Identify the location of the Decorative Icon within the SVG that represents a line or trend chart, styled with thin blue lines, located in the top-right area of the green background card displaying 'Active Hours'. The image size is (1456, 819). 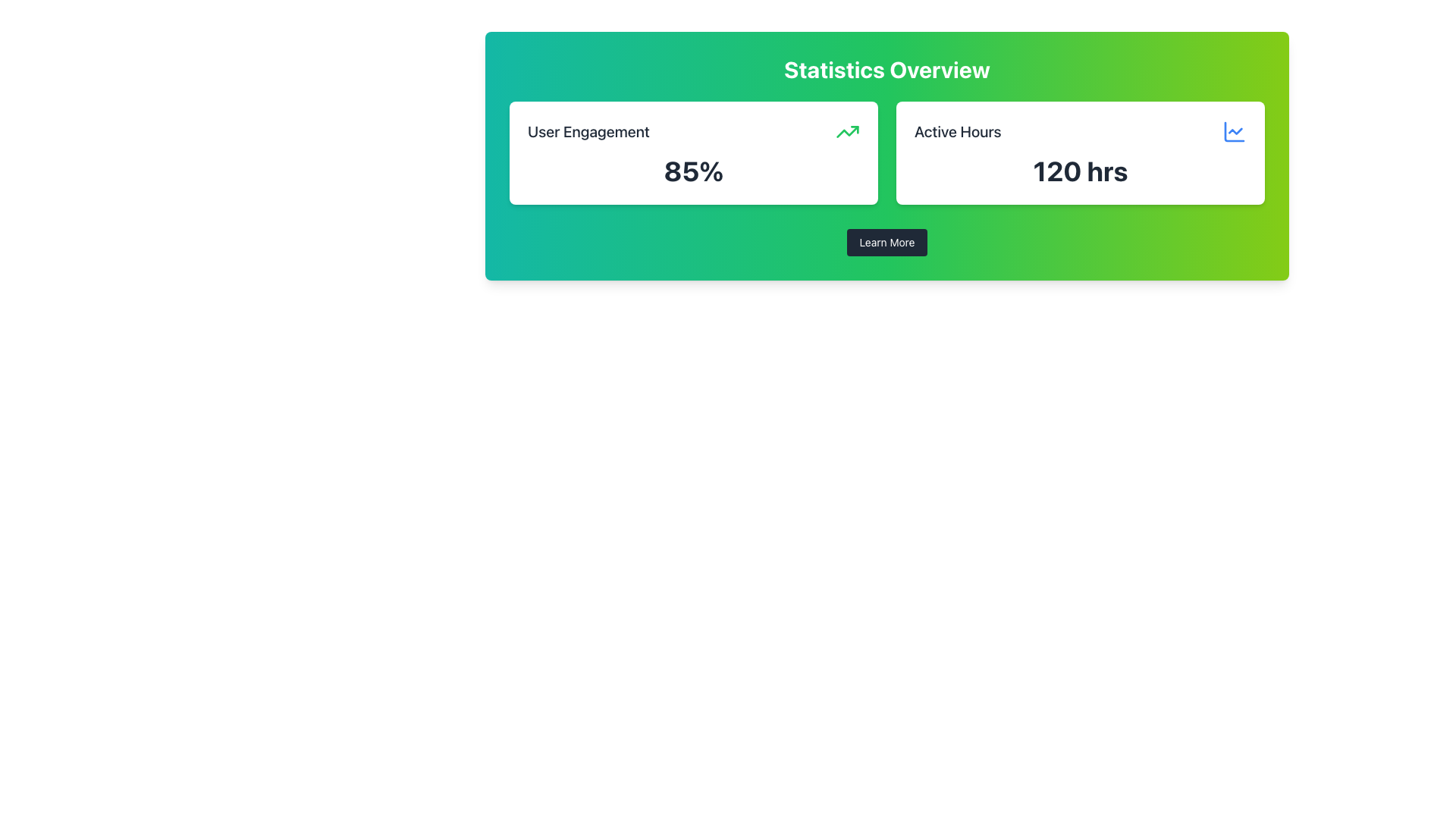
(1235, 130).